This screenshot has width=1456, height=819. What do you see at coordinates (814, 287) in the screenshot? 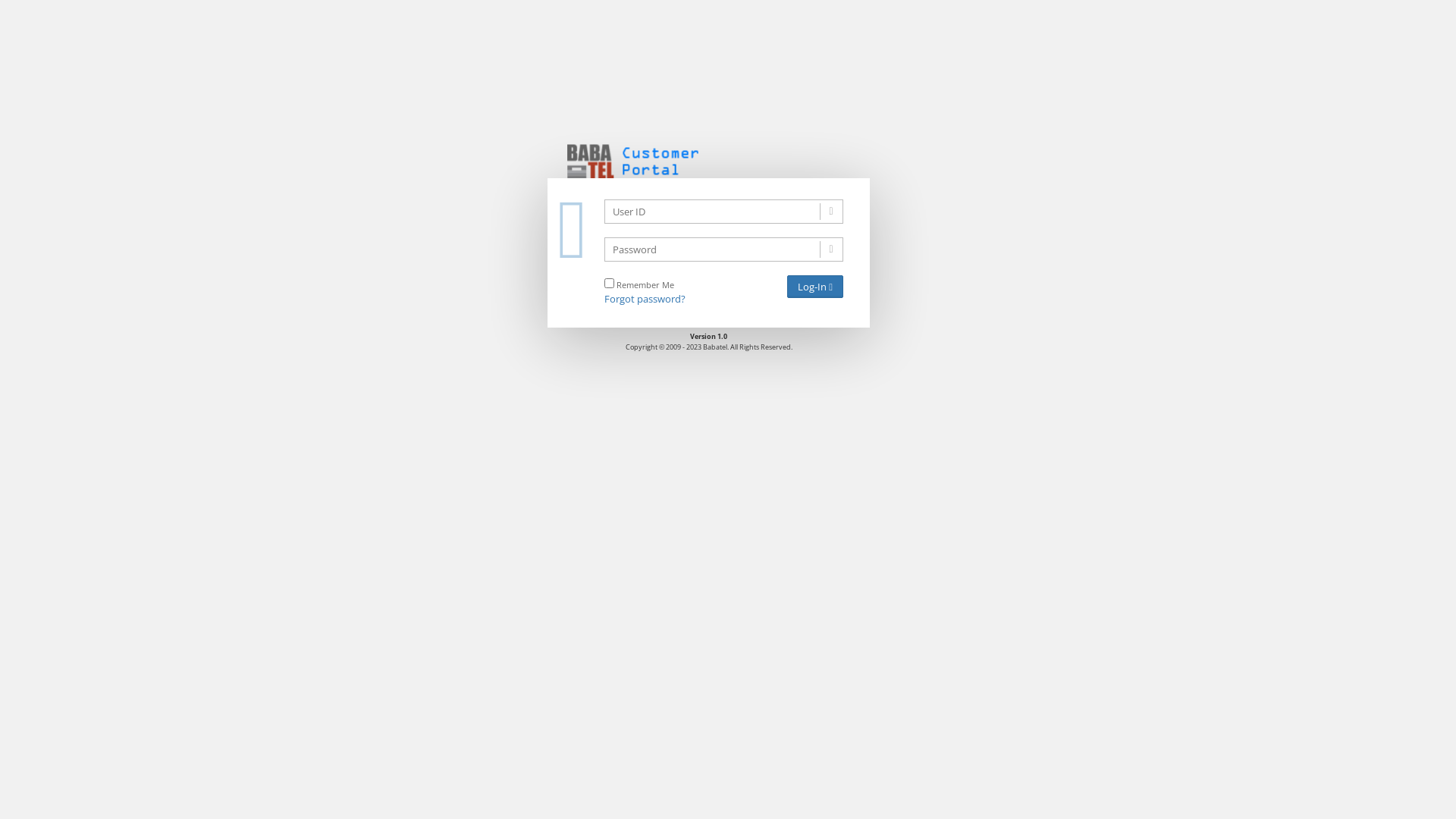
I see `'Log-In'` at bounding box center [814, 287].